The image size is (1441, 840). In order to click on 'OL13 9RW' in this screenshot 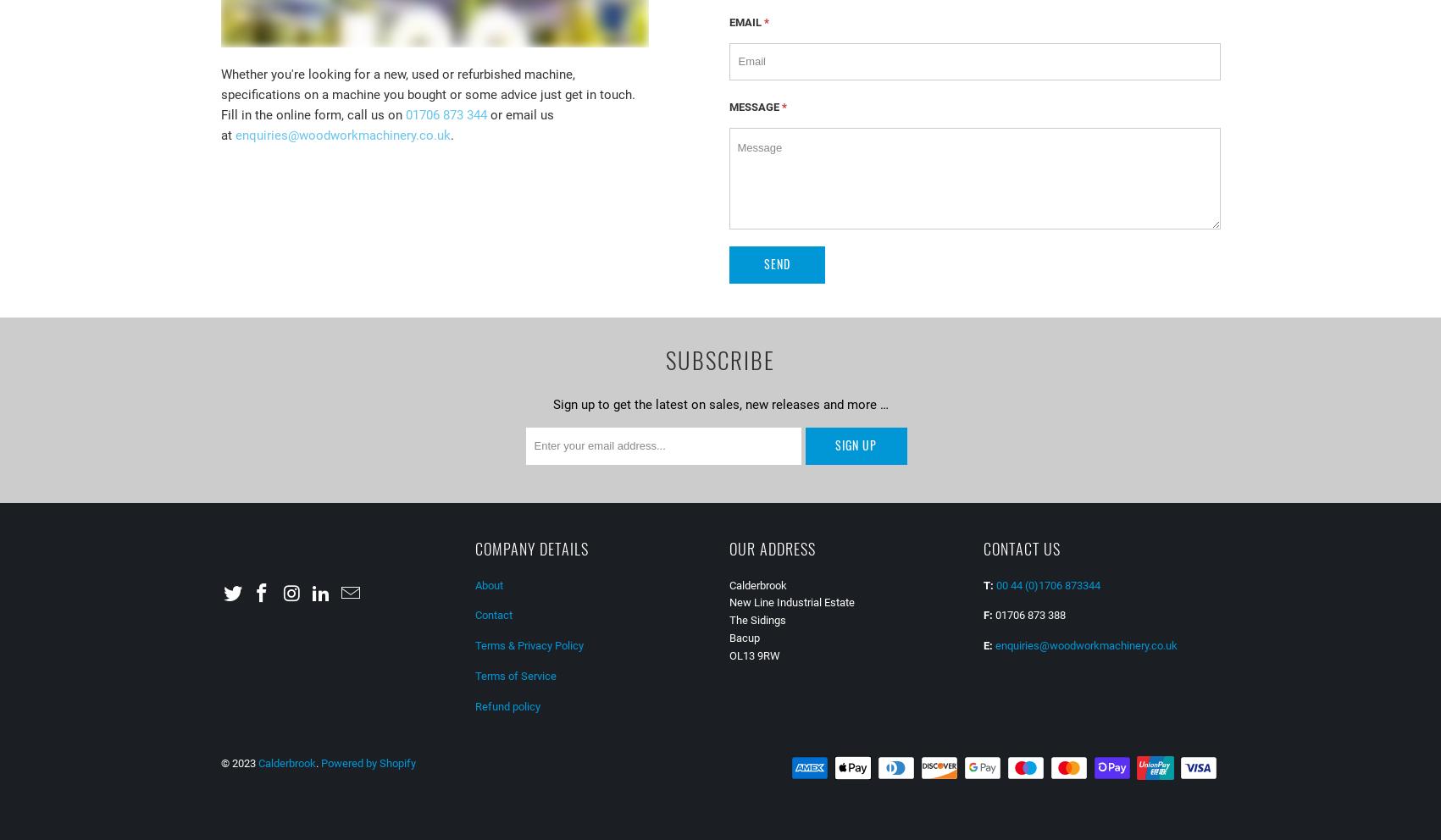, I will do `click(752, 654)`.